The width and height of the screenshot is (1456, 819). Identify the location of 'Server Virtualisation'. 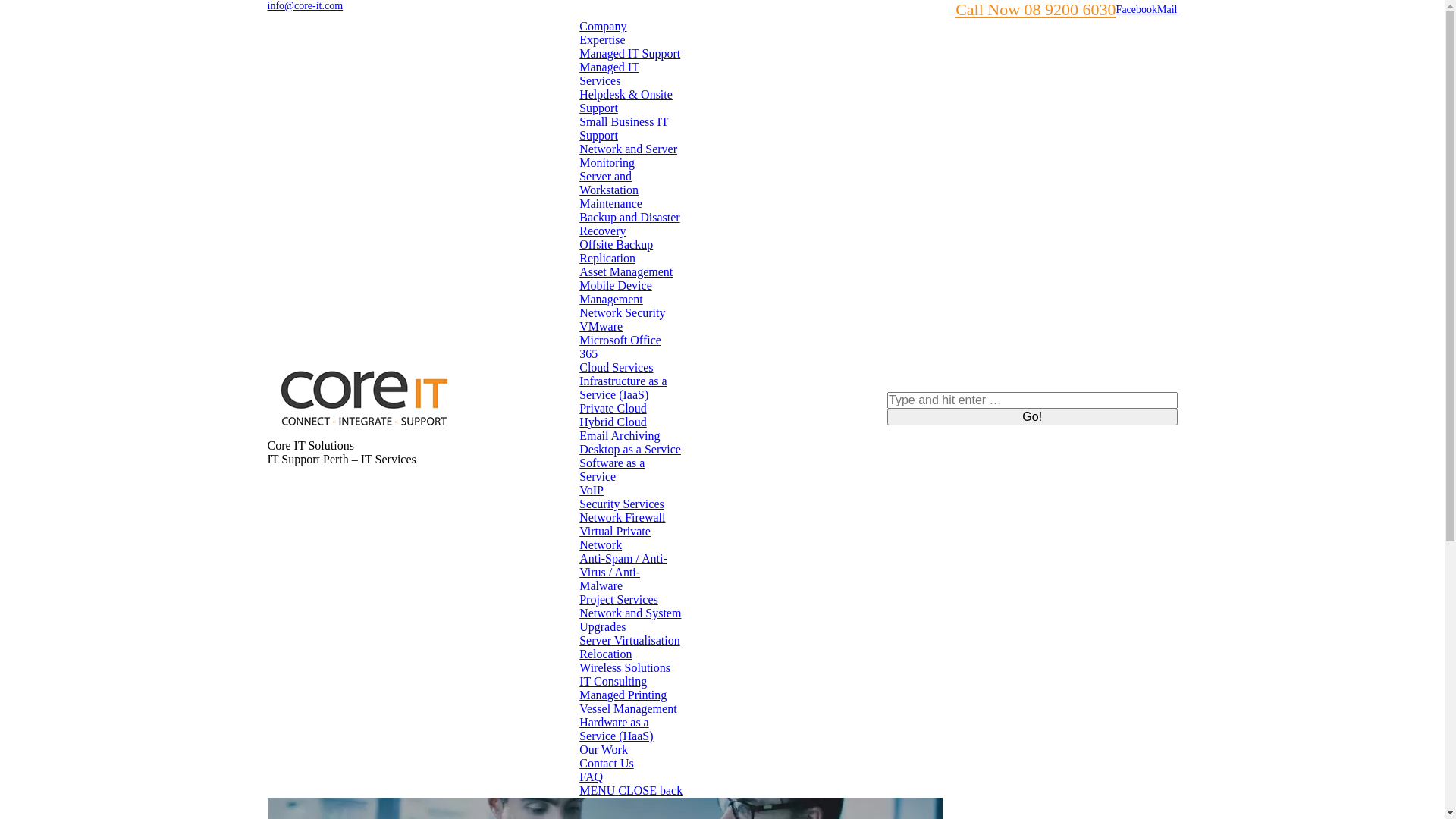
(629, 640).